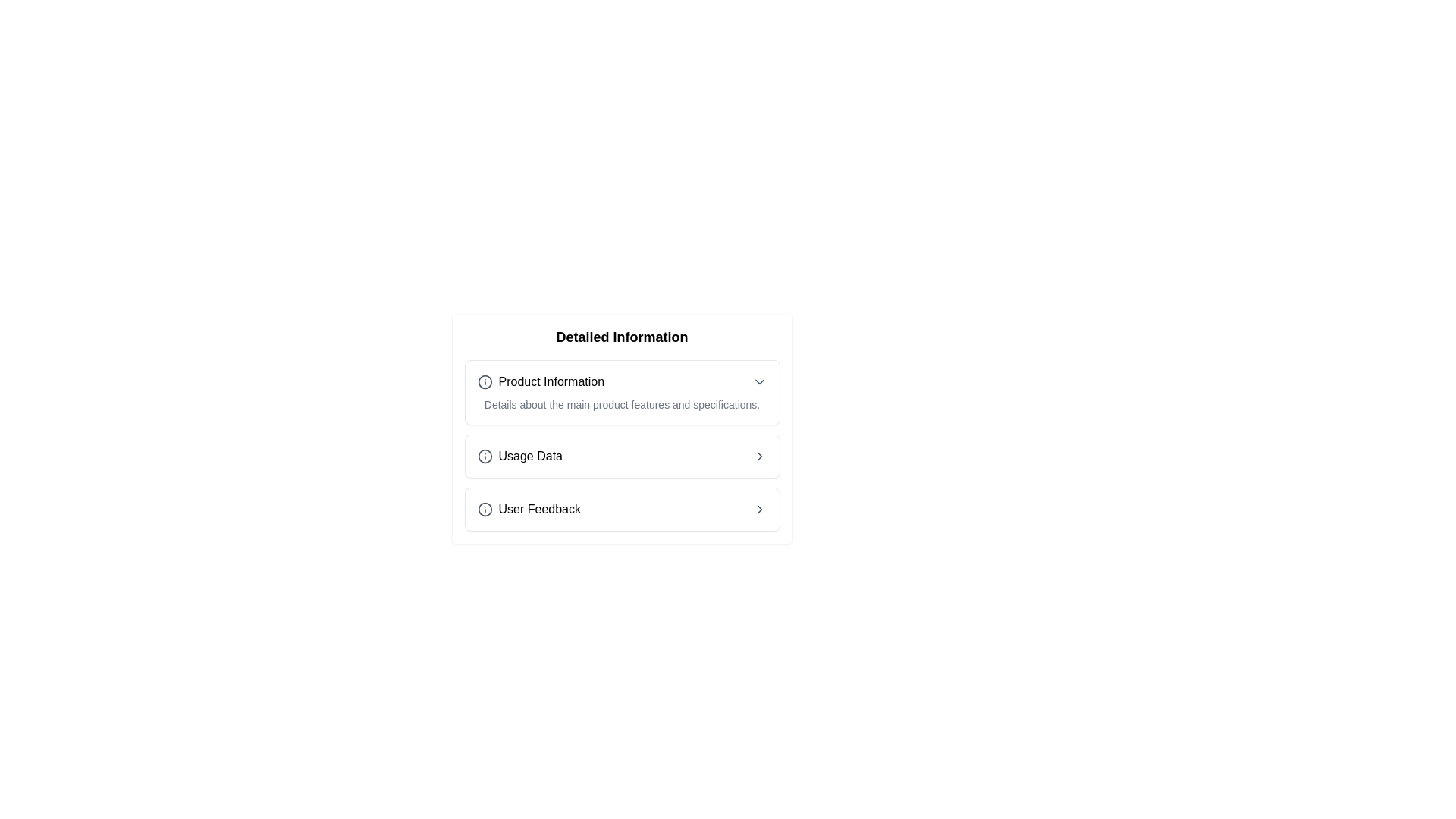 Image resolution: width=1456 pixels, height=819 pixels. What do you see at coordinates (484, 381) in the screenshot?
I see `the circular gray icon with an exclamation mark next to the text 'Product Information' in the 'Detailed Information' section` at bounding box center [484, 381].